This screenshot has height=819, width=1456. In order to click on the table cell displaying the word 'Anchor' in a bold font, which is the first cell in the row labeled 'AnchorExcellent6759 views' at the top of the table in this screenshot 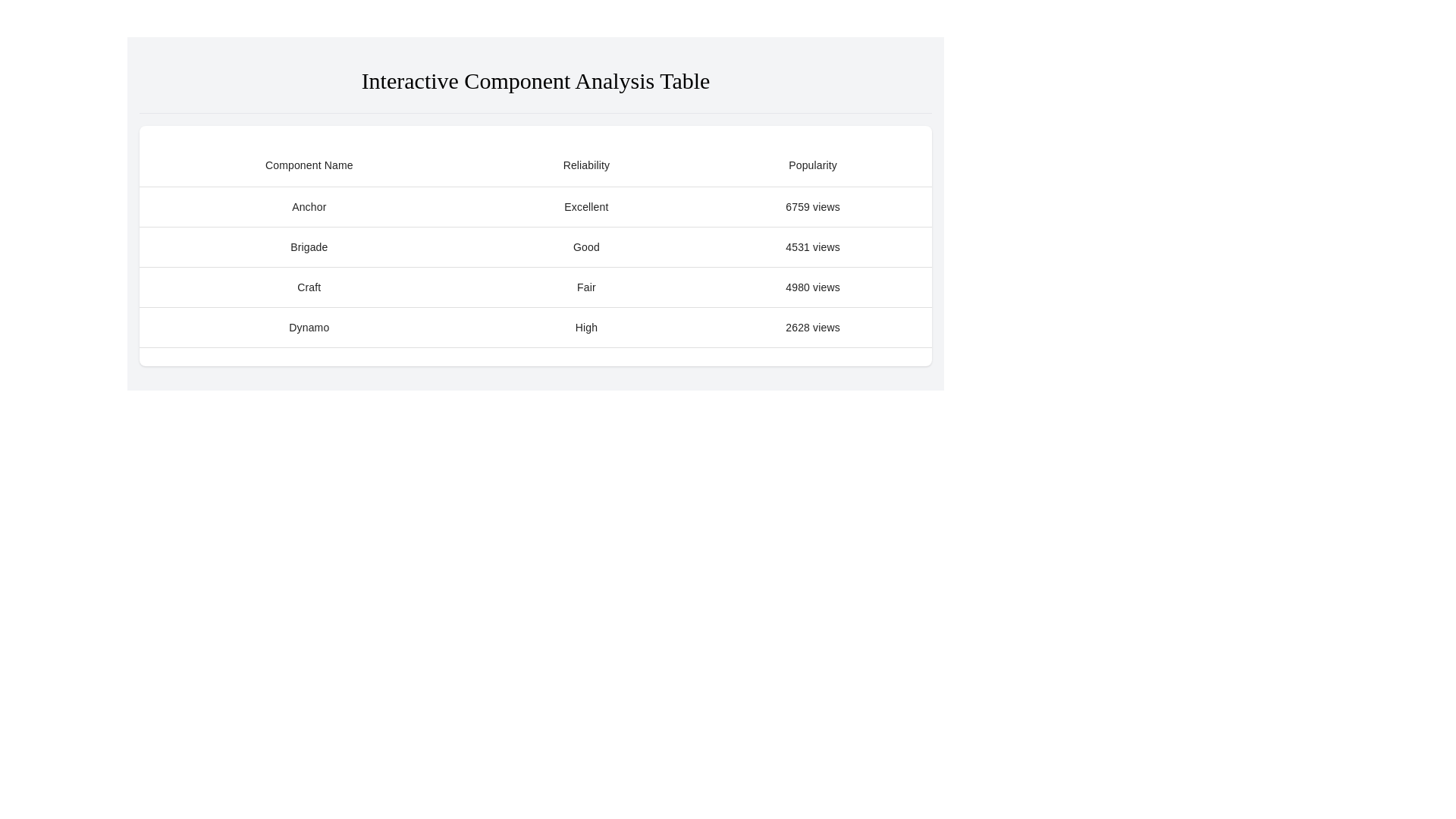, I will do `click(308, 207)`.